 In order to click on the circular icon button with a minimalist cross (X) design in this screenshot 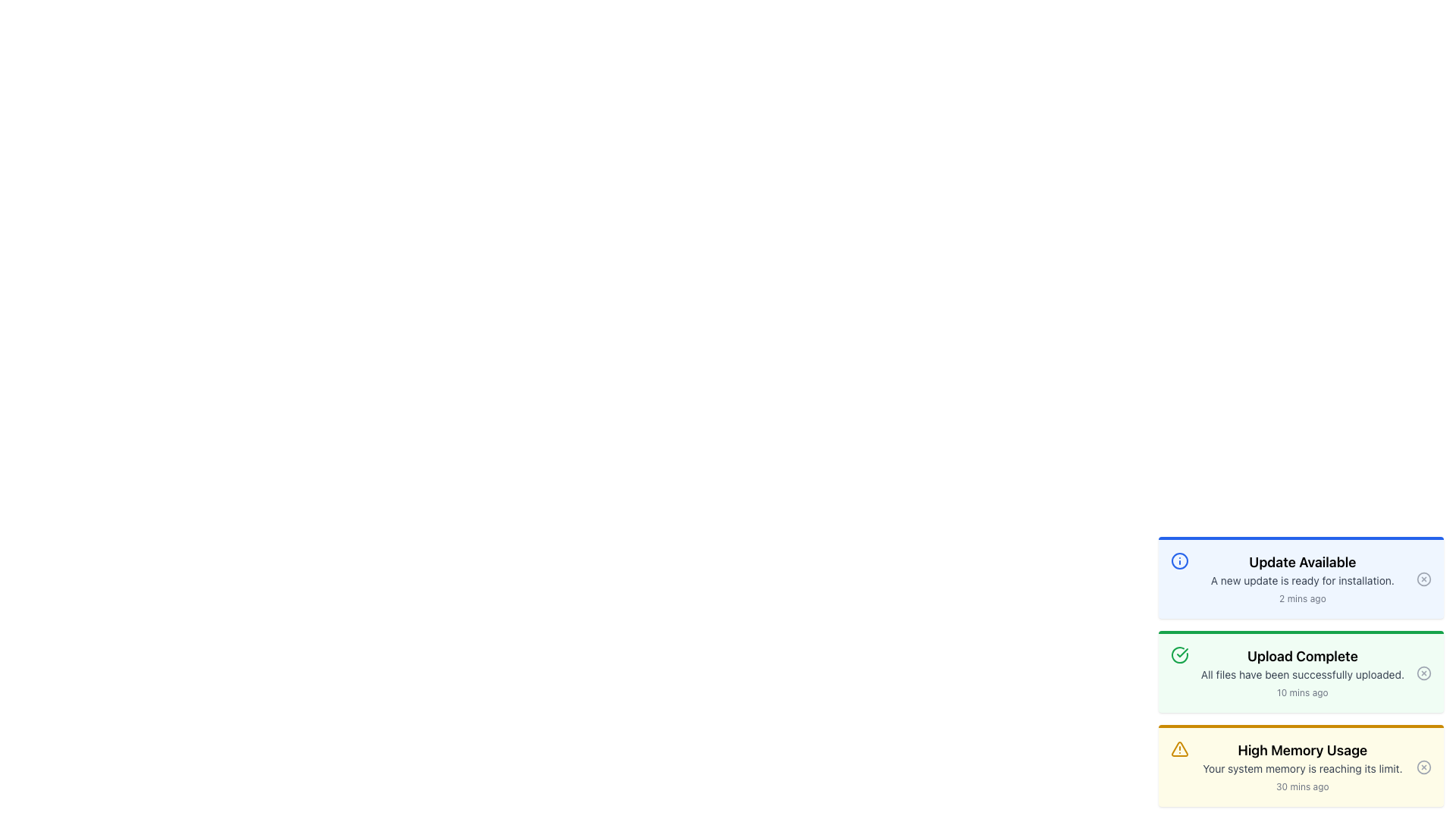, I will do `click(1423, 672)`.